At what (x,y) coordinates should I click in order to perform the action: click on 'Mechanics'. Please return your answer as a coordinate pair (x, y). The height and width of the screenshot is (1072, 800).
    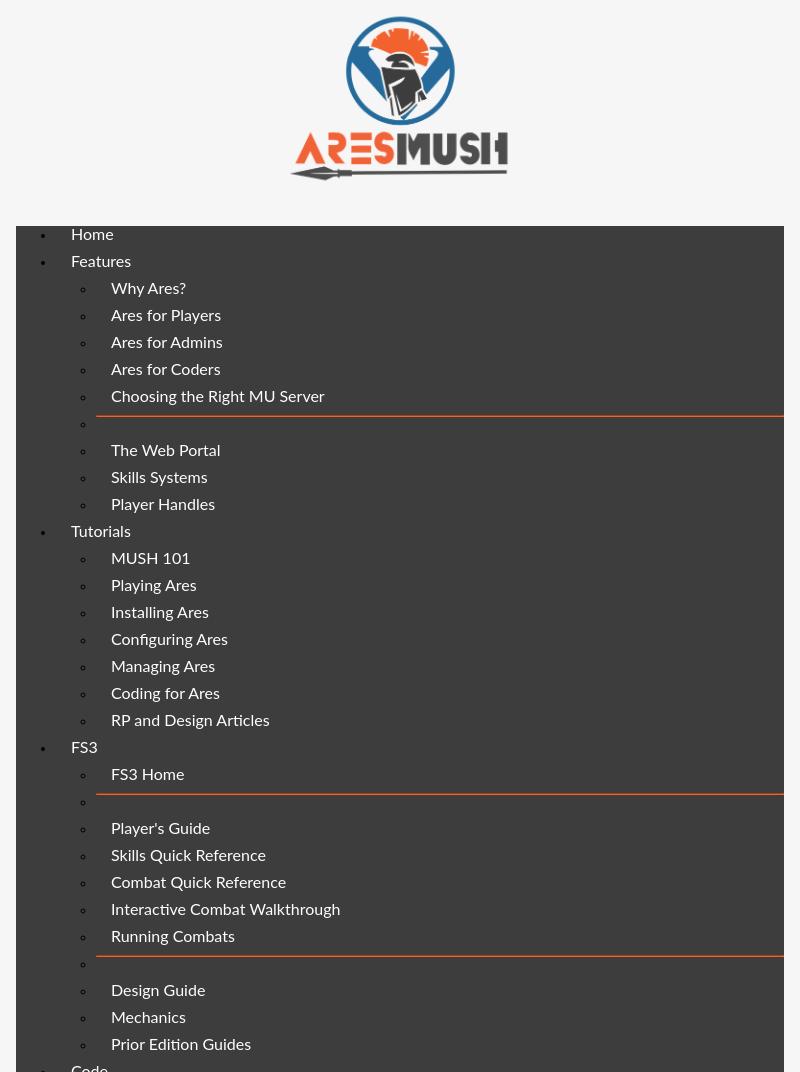
    Looking at the image, I should click on (148, 1017).